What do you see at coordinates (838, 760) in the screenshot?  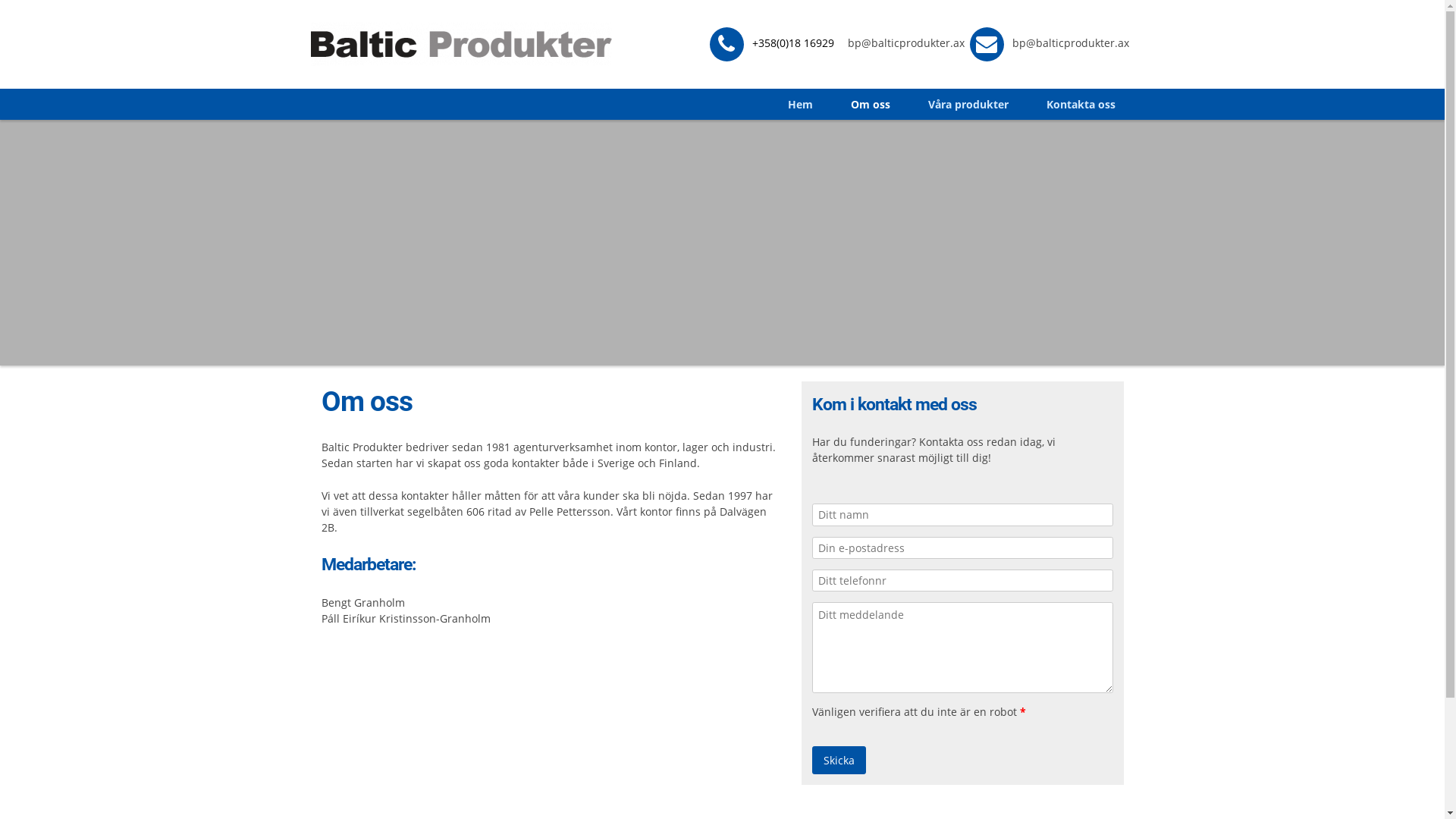 I see `'Skicka'` at bounding box center [838, 760].